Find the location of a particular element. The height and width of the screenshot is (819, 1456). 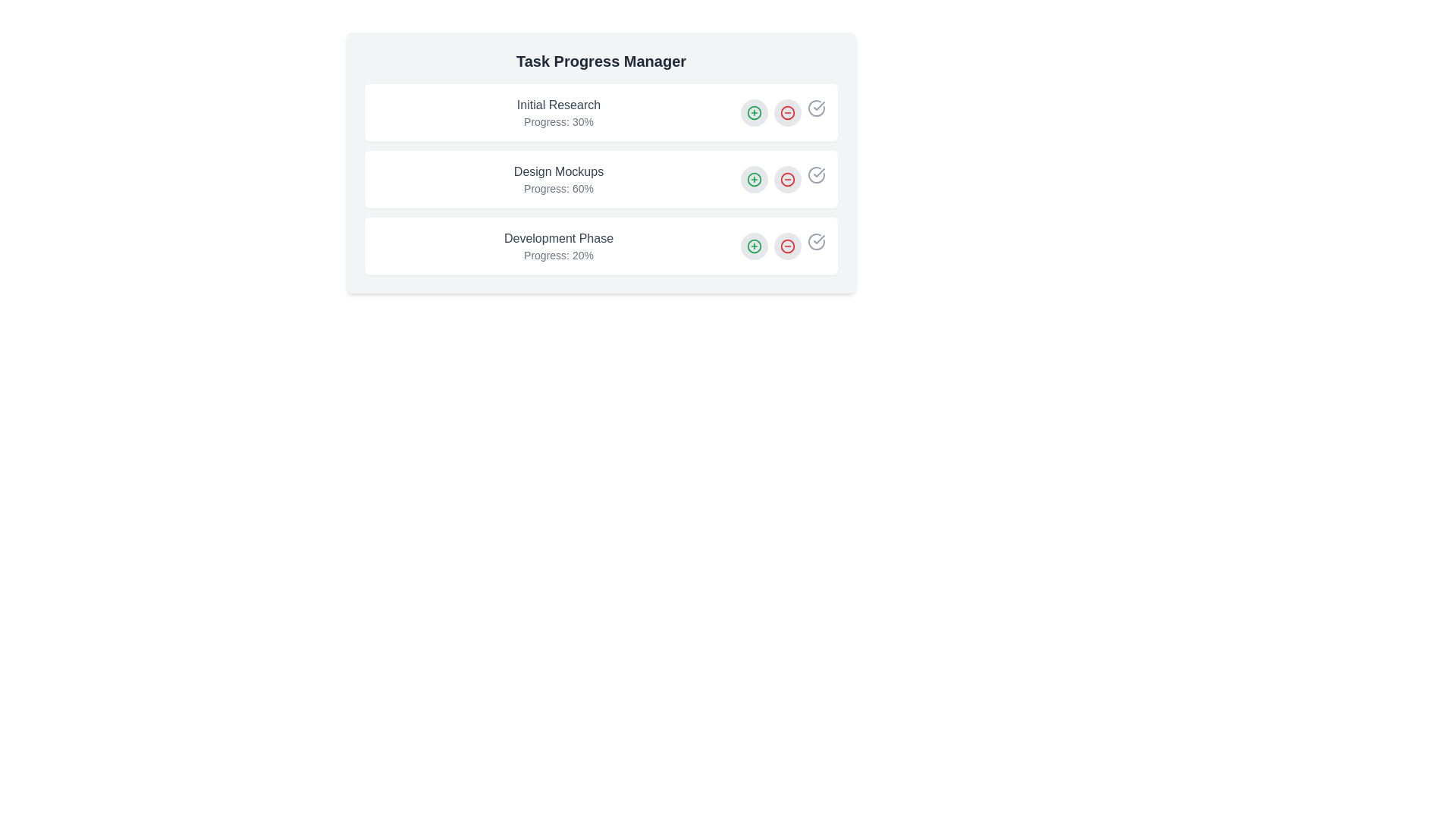

the Text display area in the 'Task Progress Manager' interface that shows the task name and progress information is located at coordinates (558, 112).